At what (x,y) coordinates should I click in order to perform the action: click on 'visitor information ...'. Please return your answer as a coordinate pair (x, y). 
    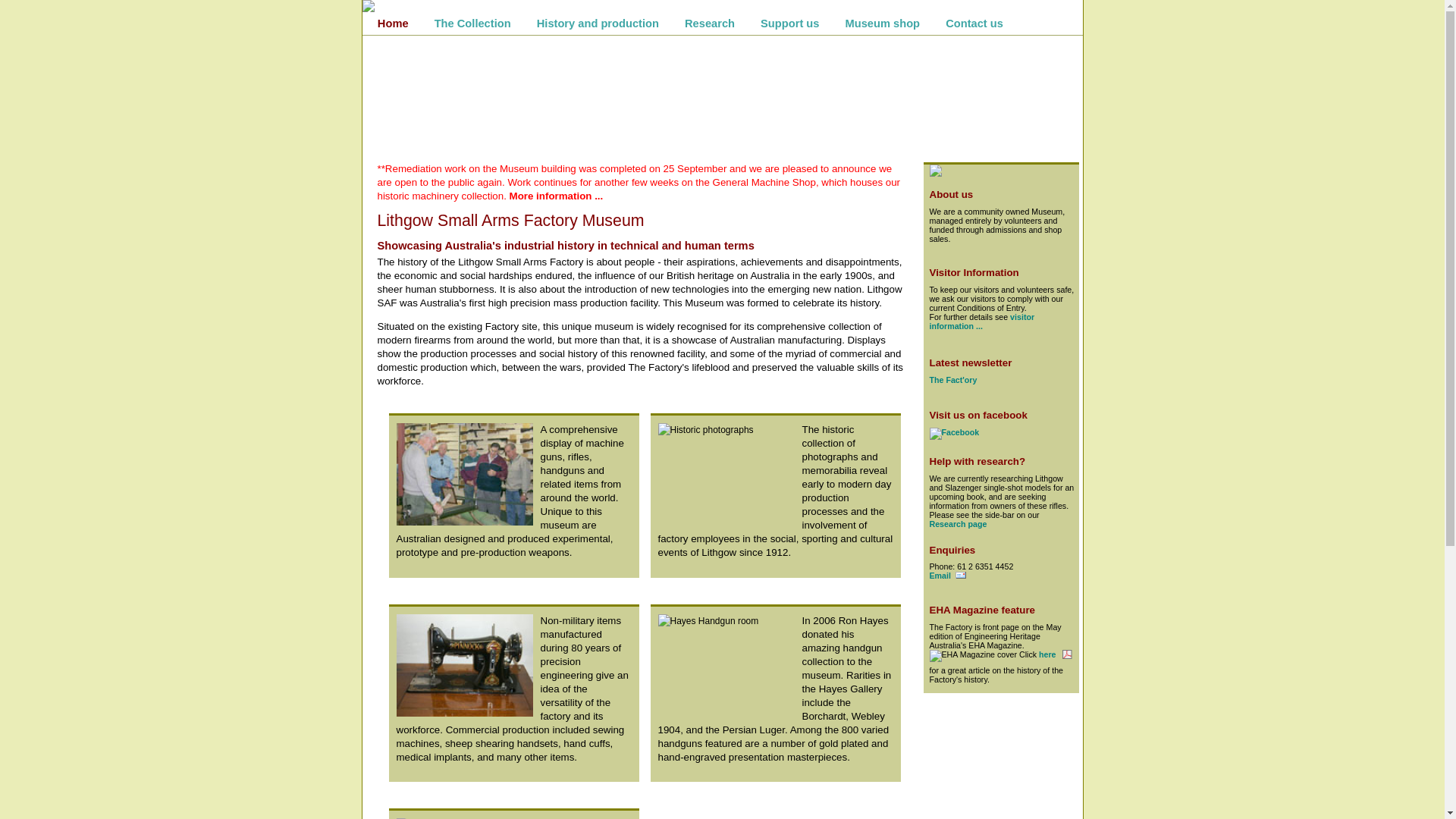
    Looking at the image, I should click on (982, 321).